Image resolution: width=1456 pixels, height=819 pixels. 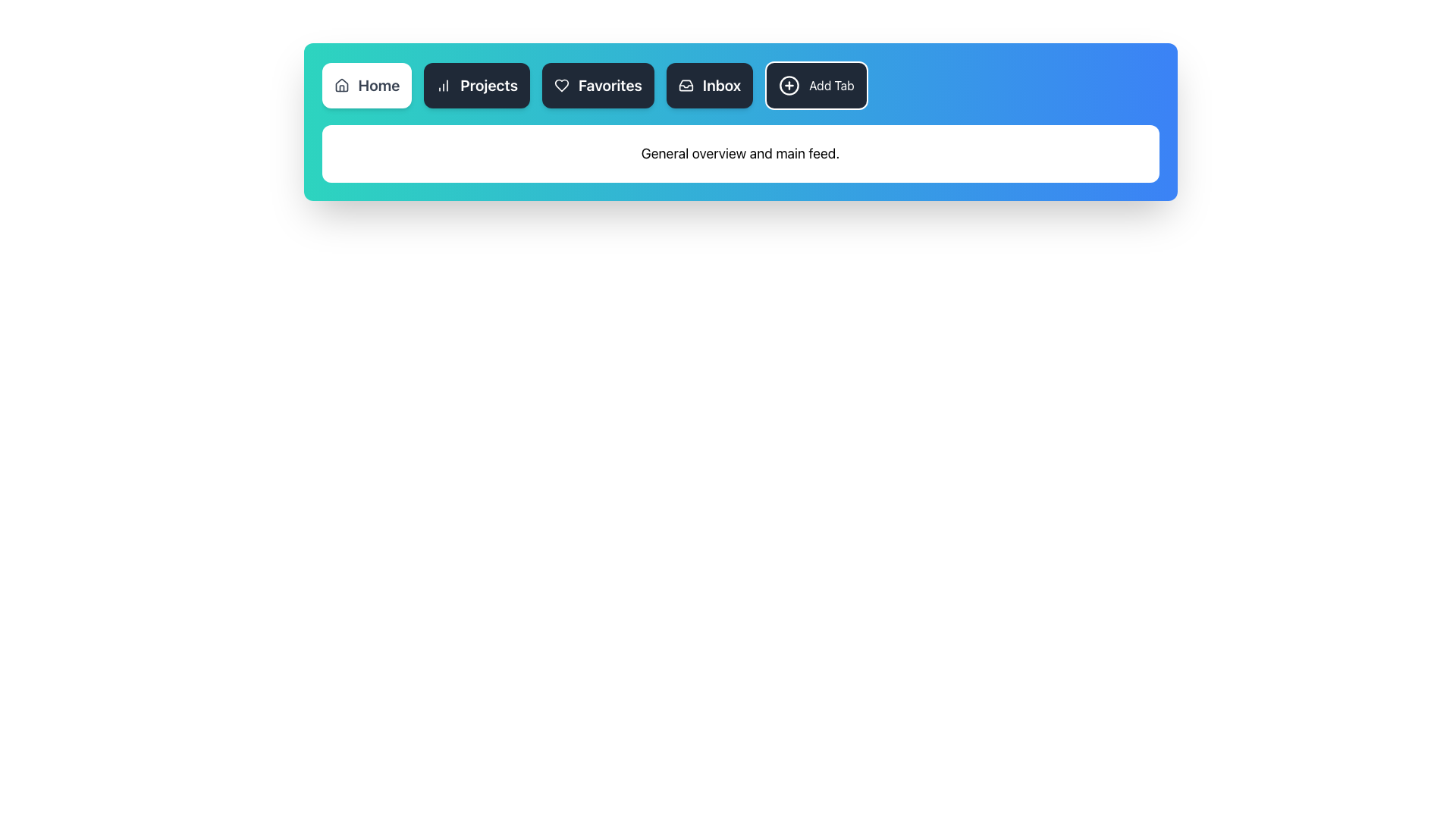 What do you see at coordinates (560, 85) in the screenshot?
I see `the heart-shaped icon located within the Favorites tab, which has a minimalist outline design and is positioned to the left of the 'Favorites' label in the main navigation bar` at bounding box center [560, 85].